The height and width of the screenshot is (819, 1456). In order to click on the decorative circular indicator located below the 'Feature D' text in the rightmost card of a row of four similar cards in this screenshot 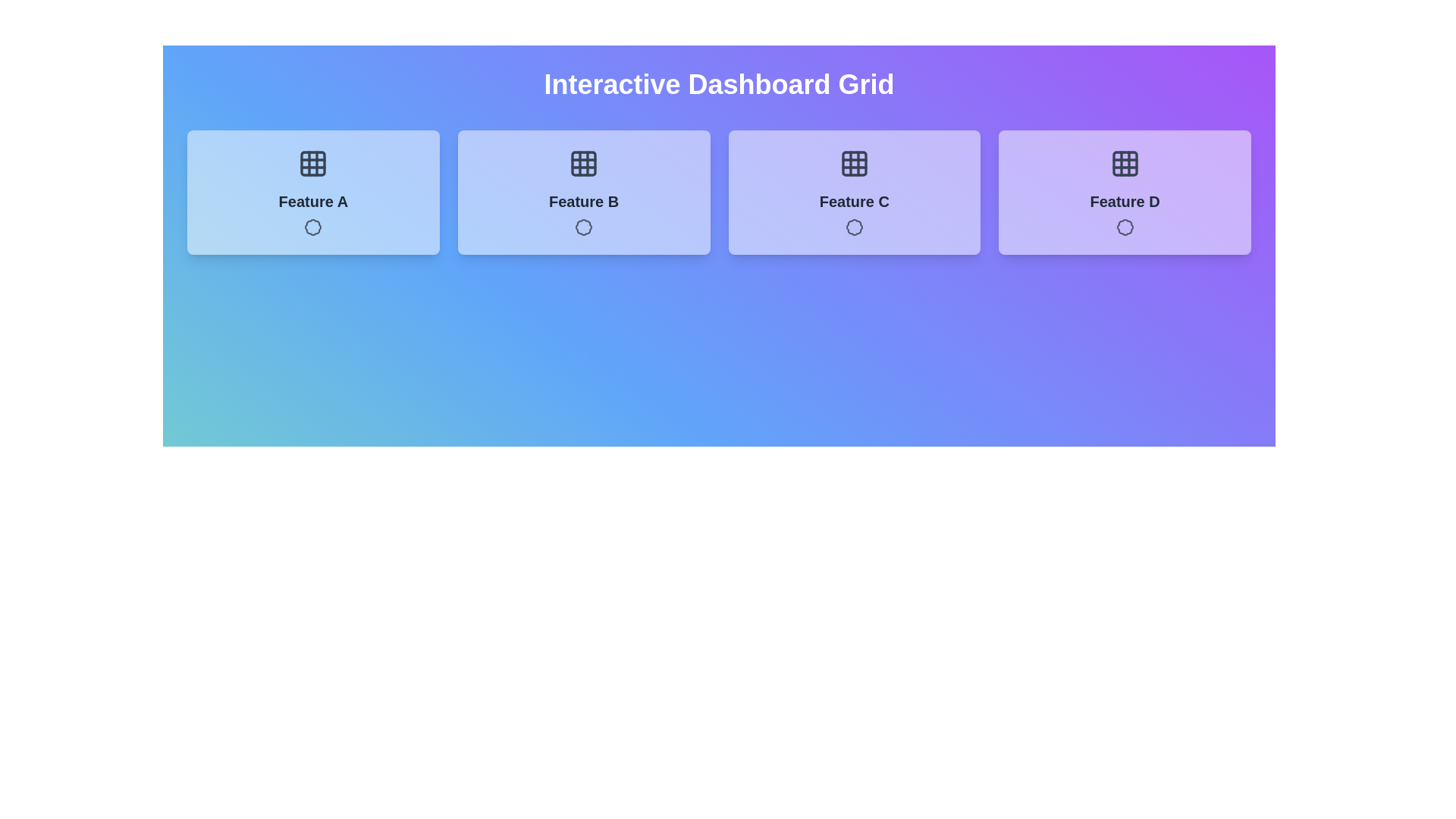, I will do `click(1125, 227)`.